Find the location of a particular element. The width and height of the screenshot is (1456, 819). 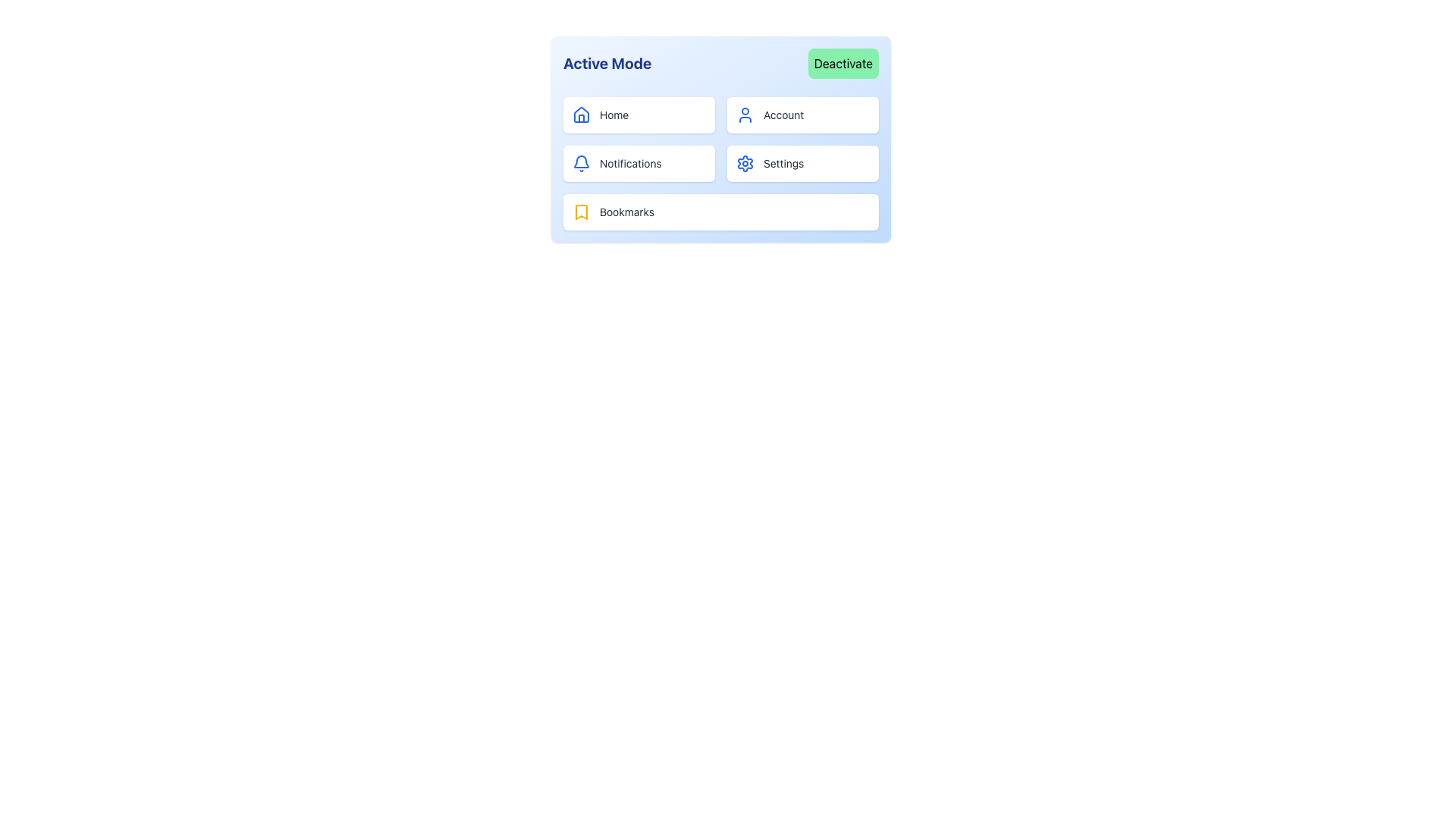

the bell-shaped notification icon located at the upper left corner of the 'Notifications' panel to potentially open the notification panel or display recent alerts is located at coordinates (581, 164).